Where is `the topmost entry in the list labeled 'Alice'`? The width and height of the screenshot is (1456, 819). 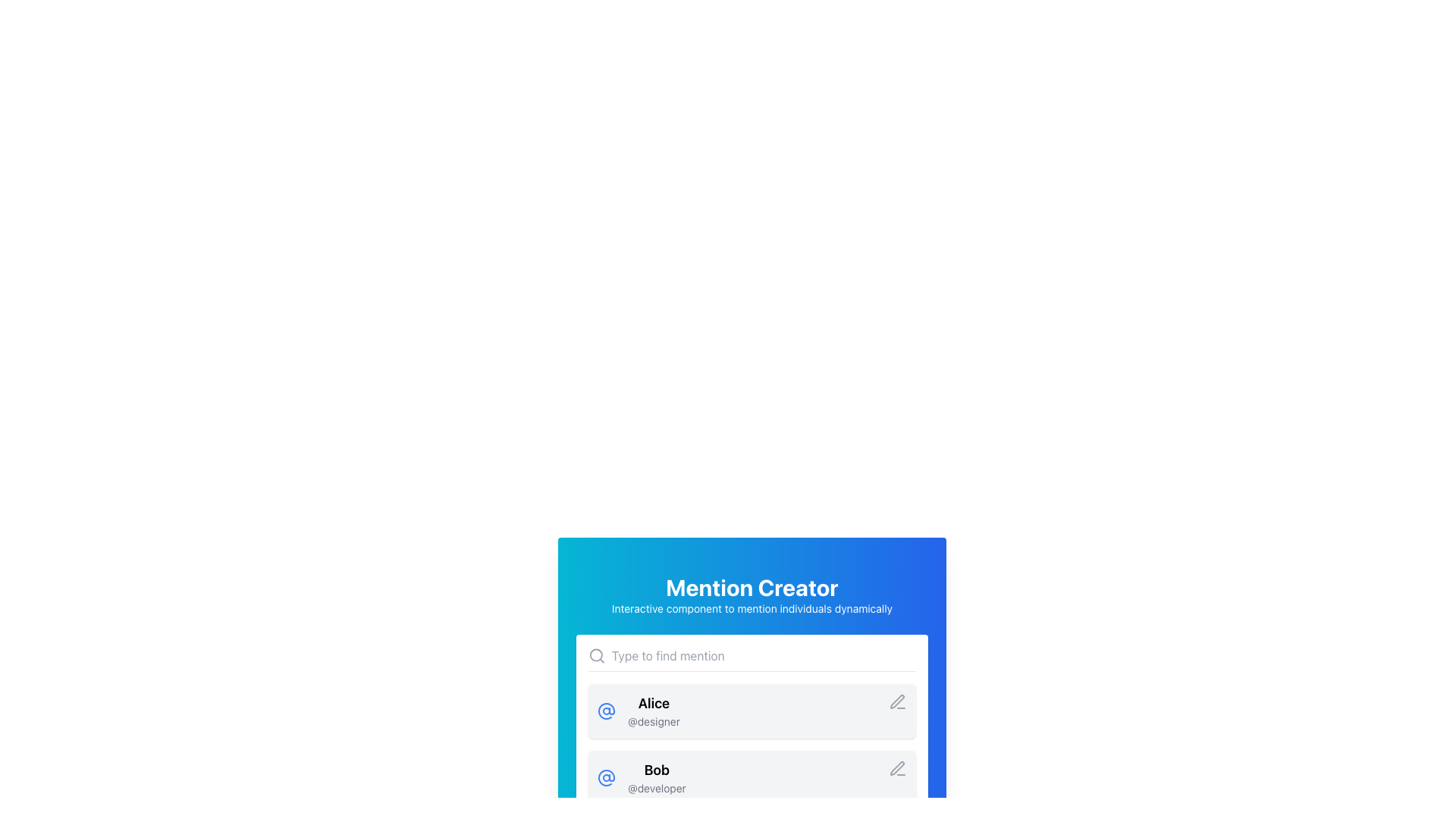
the topmost entry in the list labeled 'Alice' is located at coordinates (752, 711).